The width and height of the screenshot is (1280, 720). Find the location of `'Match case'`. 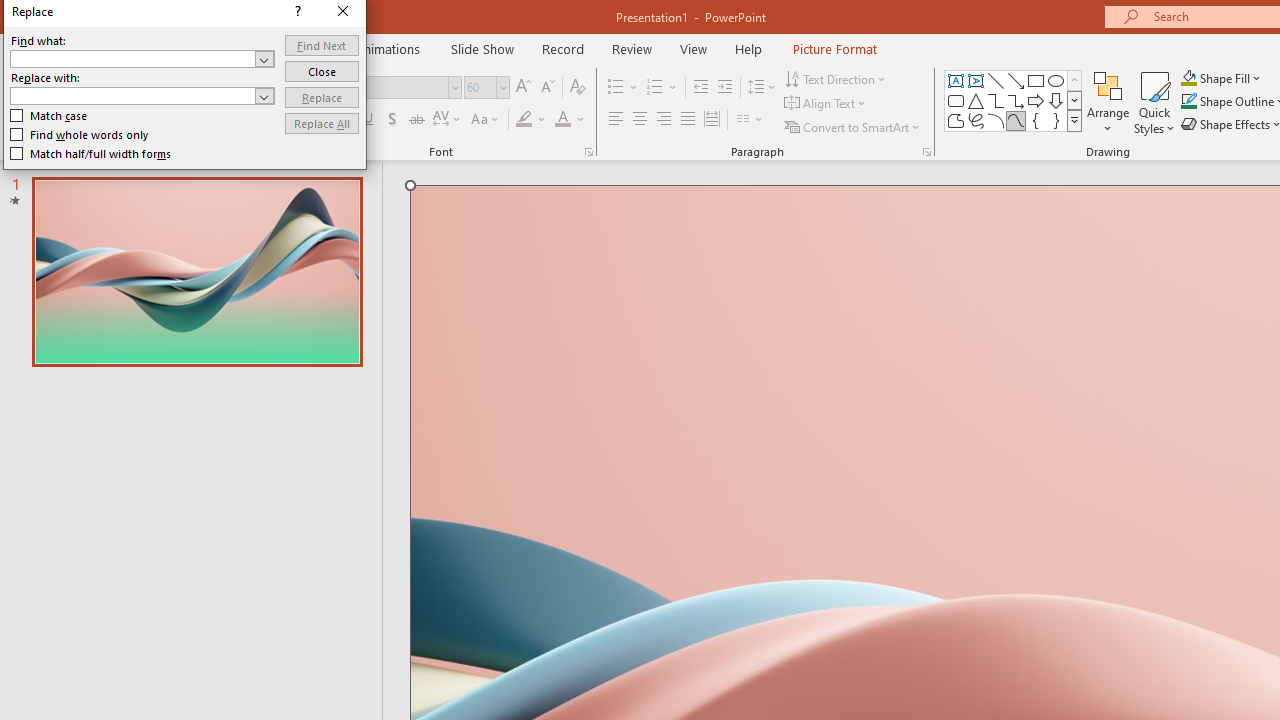

'Match case' is located at coordinates (49, 115).